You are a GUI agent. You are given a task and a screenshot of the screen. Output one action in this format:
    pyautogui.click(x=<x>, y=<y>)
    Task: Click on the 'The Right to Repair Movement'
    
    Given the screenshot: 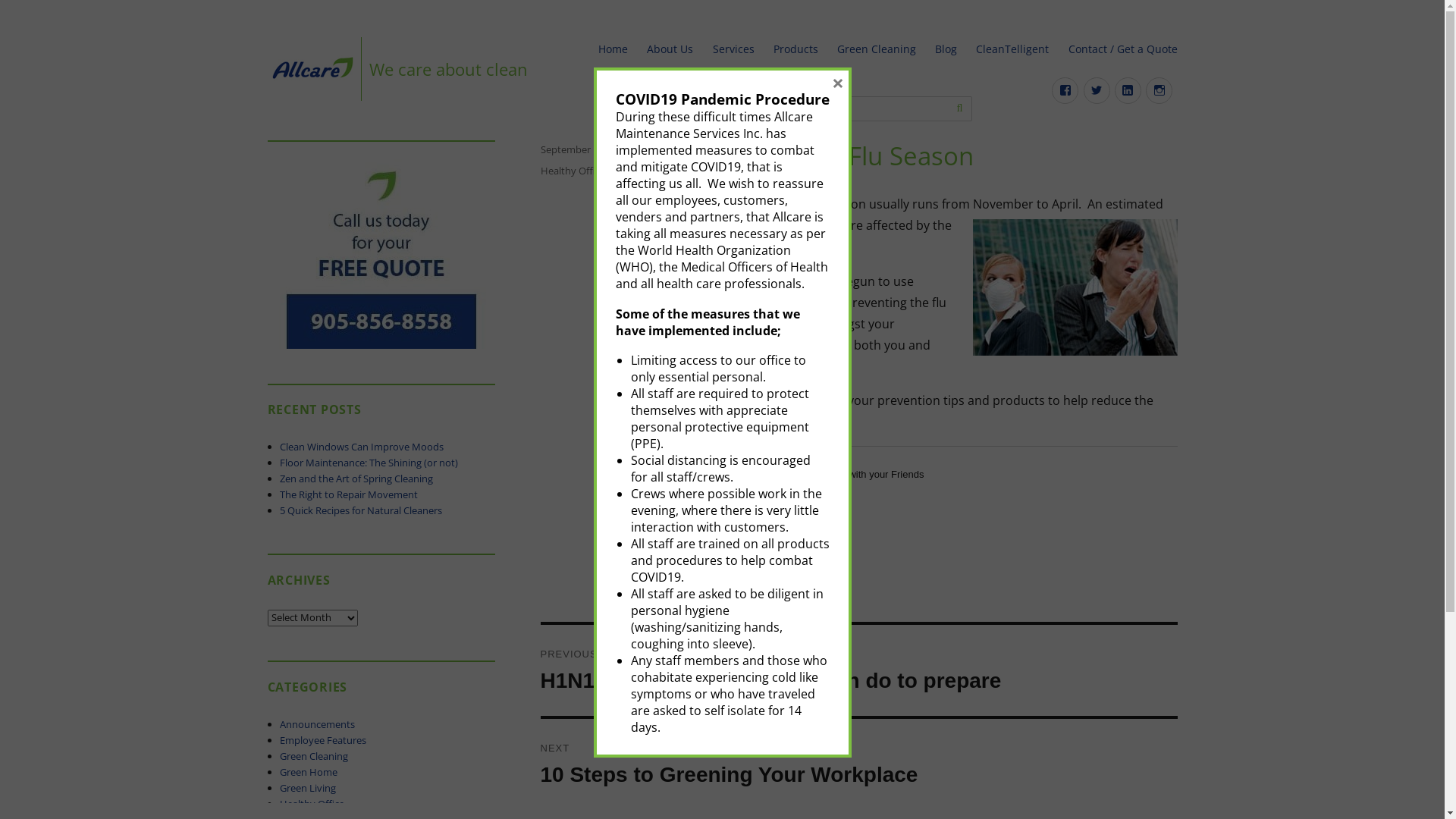 What is the action you would take?
    pyautogui.click(x=348, y=494)
    